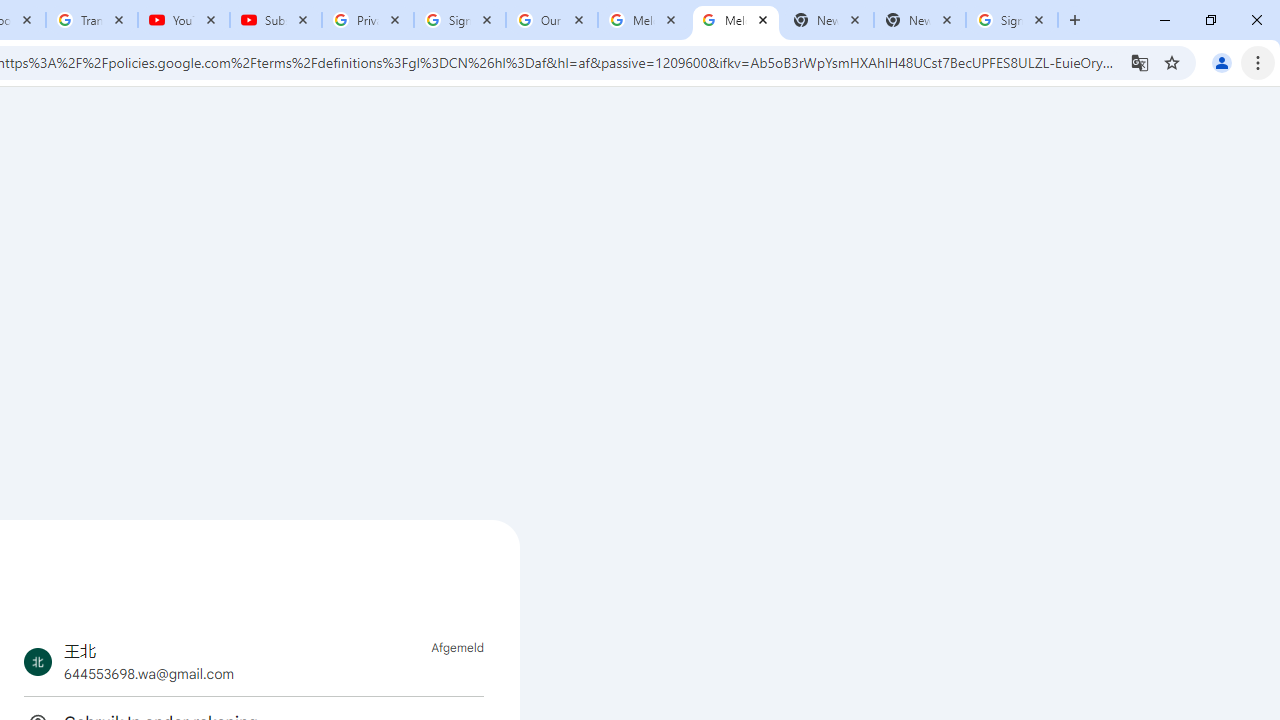 This screenshot has height=720, width=1280. Describe the element at coordinates (1139, 61) in the screenshot. I see `'Translate this page'` at that location.